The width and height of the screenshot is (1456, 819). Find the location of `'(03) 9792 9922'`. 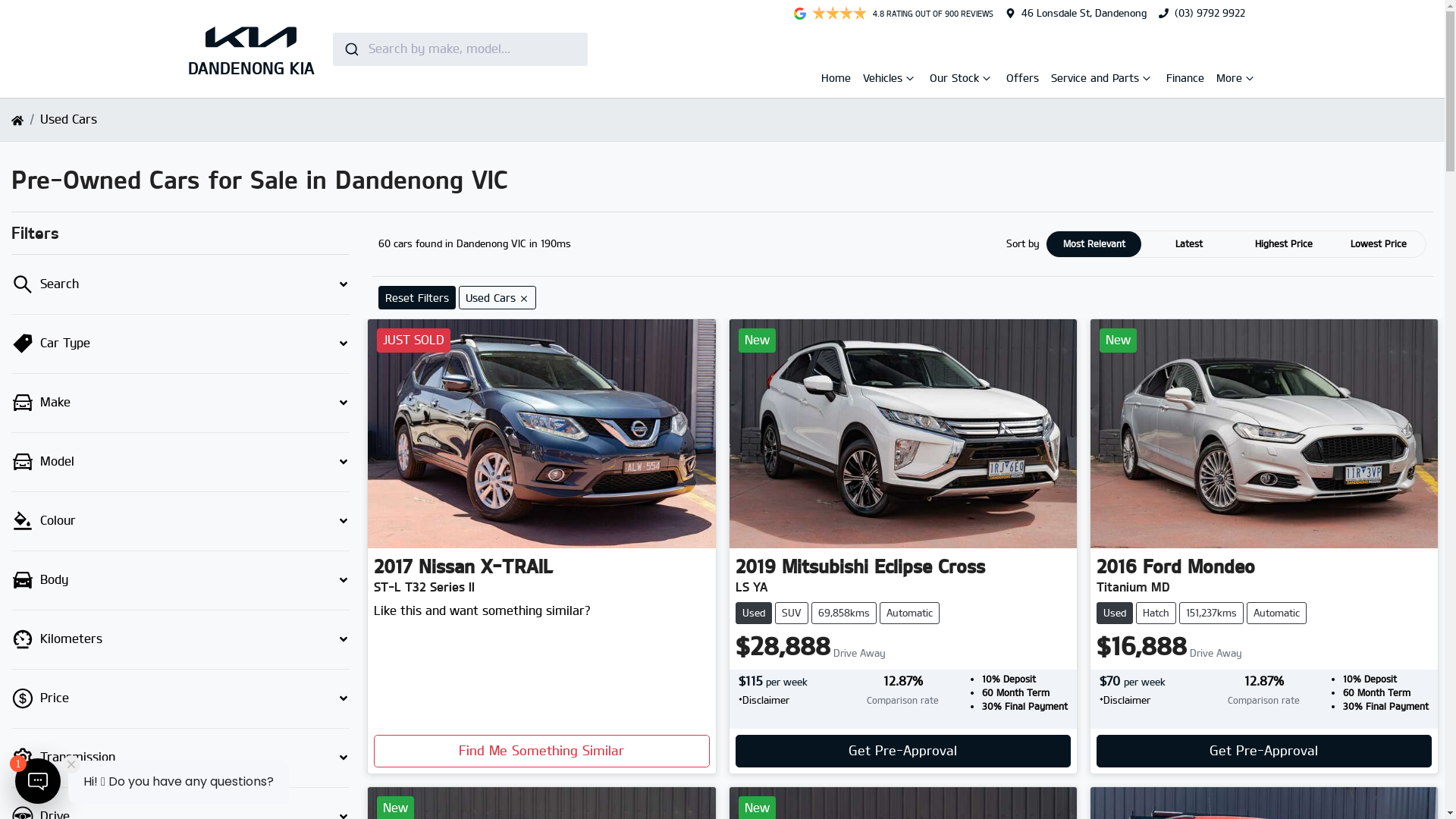

'(03) 9792 9922' is located at coordinates (1208, 12).